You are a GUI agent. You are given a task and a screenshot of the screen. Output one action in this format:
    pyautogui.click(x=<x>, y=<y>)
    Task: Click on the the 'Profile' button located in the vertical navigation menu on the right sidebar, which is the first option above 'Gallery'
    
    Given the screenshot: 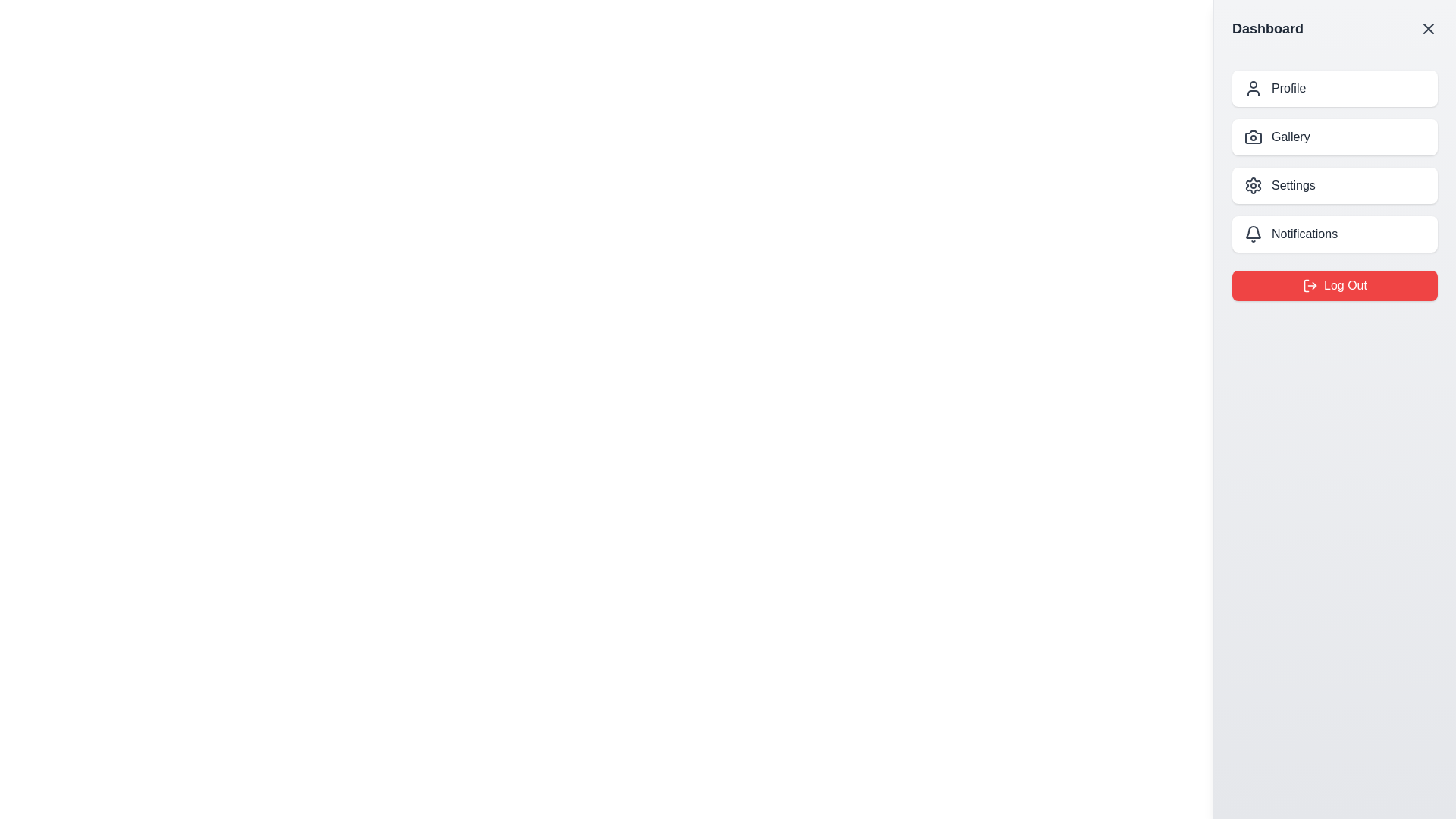 What is the action you would take?
    pyautogui.click(x=1335, y=88)
    